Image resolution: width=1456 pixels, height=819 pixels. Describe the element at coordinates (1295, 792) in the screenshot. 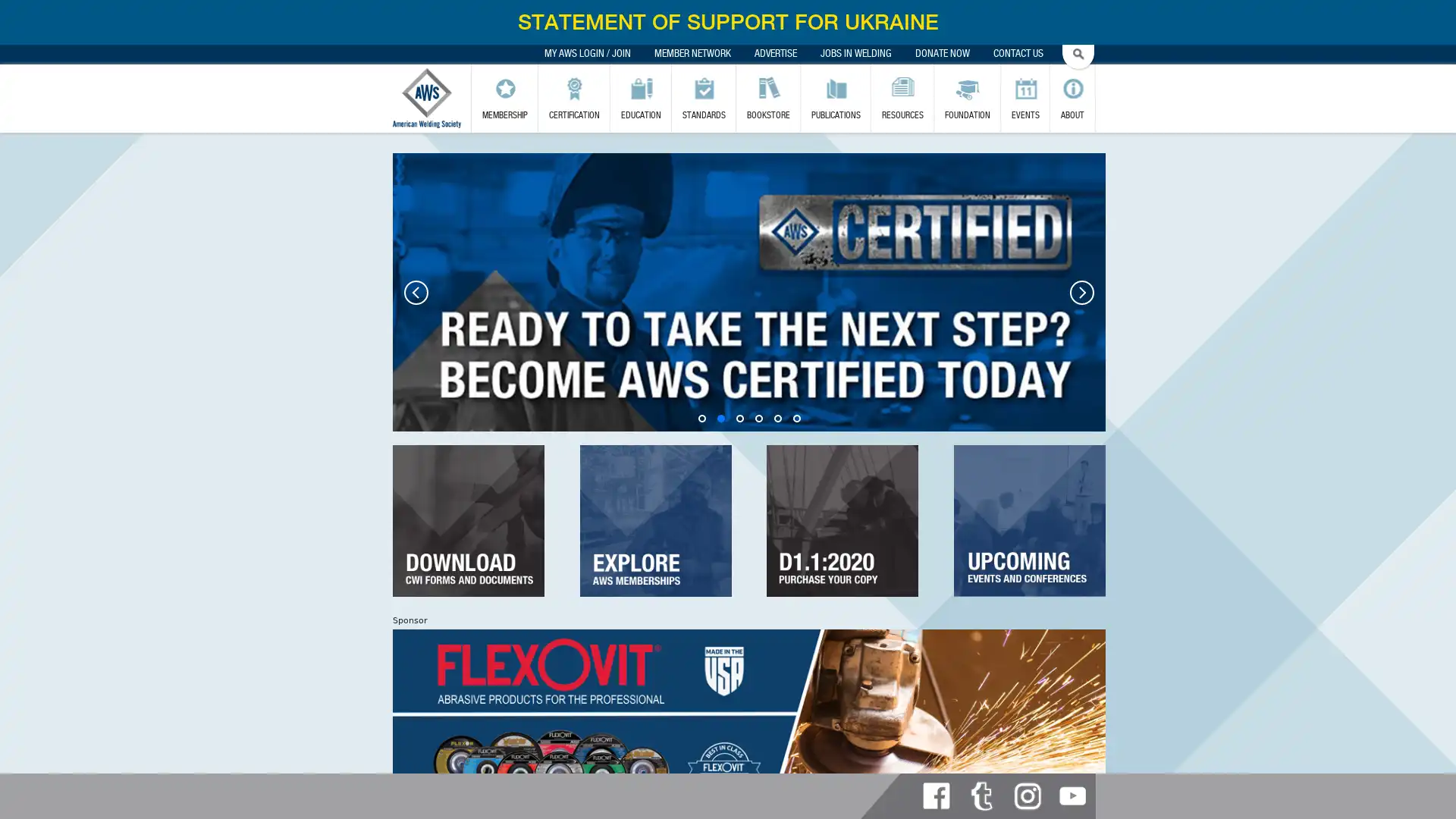

I see `Subscribe now` at that location.